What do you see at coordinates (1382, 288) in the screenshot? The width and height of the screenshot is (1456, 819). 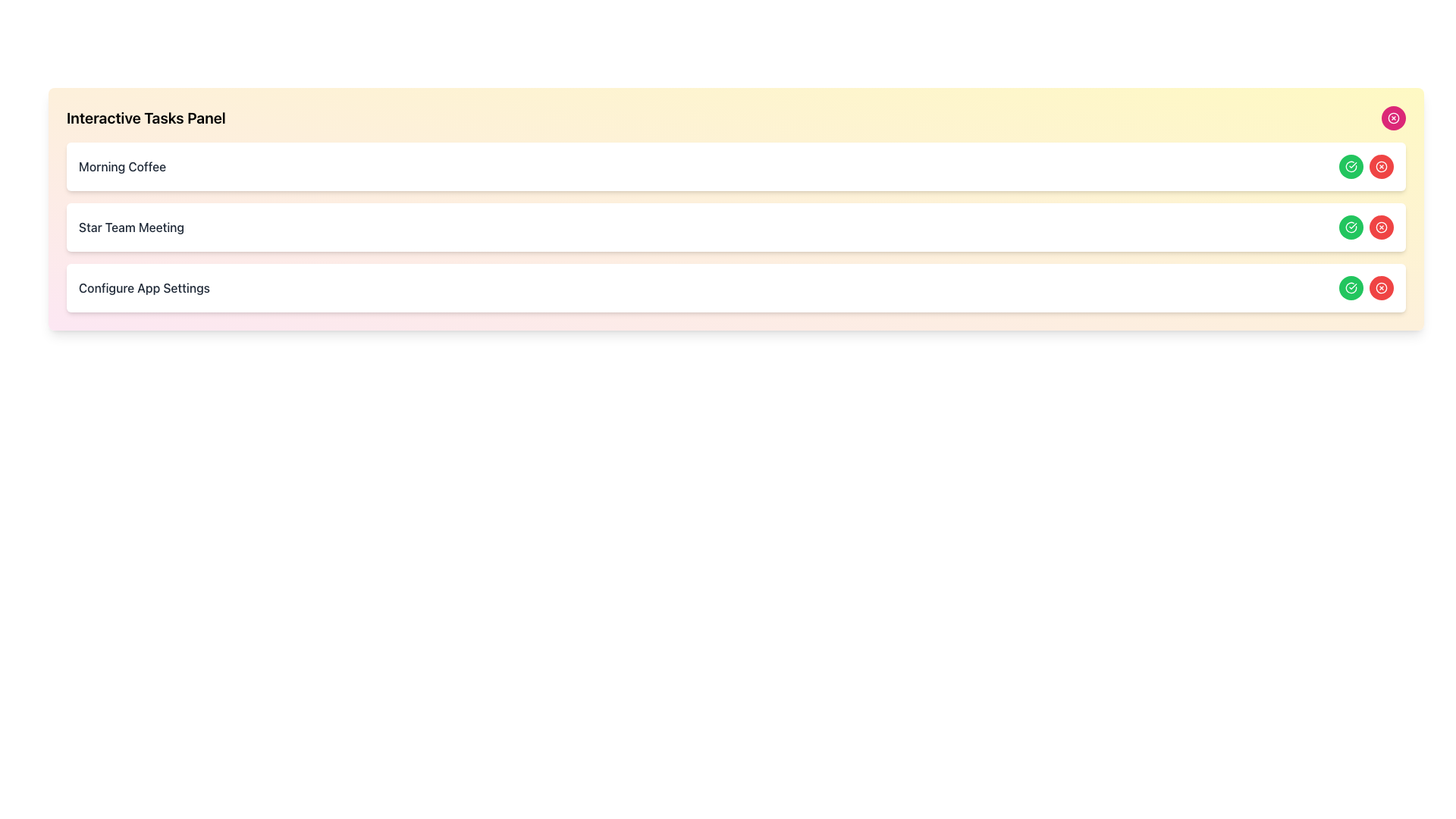 I see `the 'cancel' button for the 'Configure App Settings' task` at bounding box center [1382, 288].